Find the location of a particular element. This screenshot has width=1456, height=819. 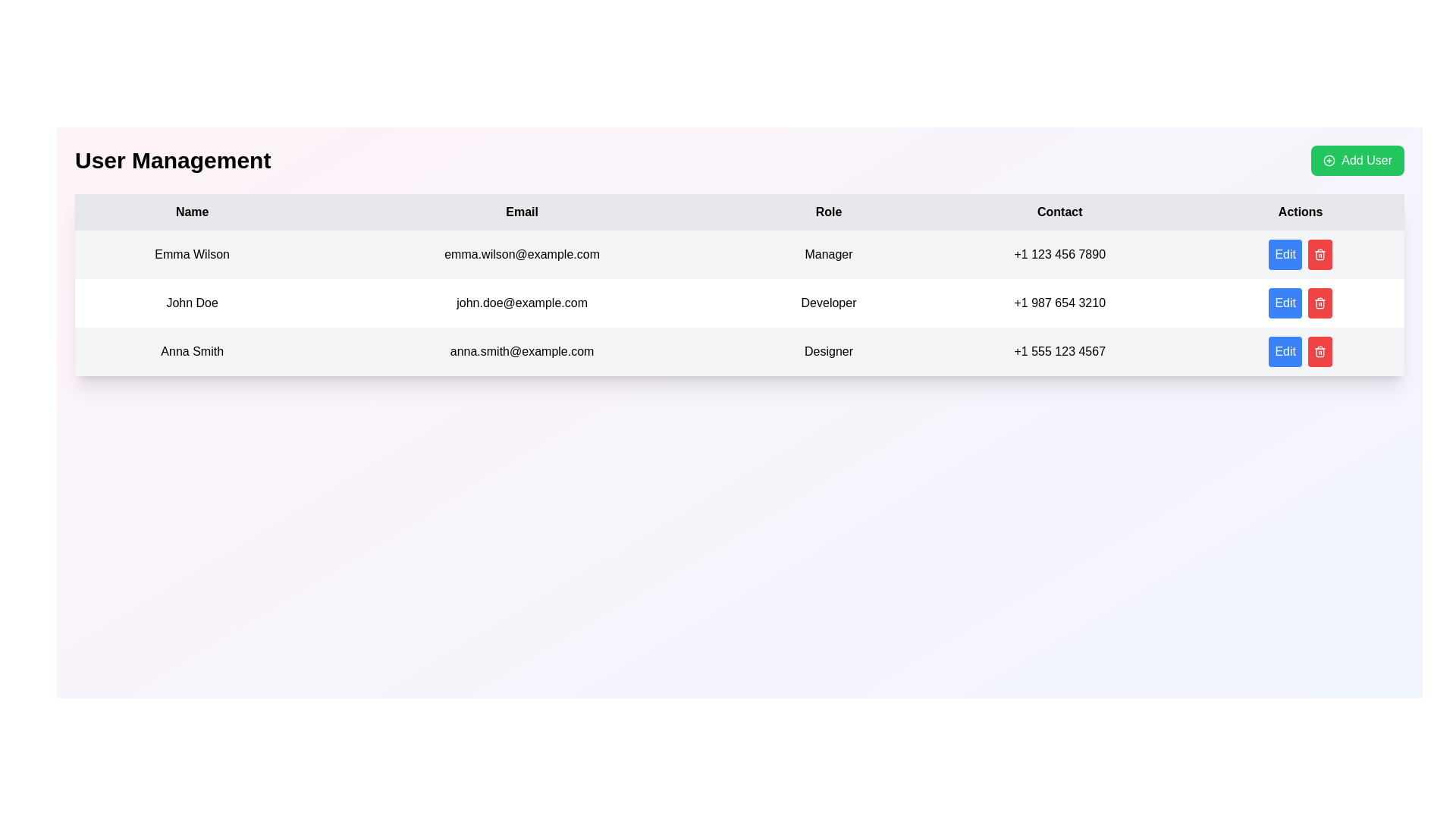

the Text Label indicating the role designation in the third row of the table under the 'Role' column is located at coordinates (828, 351).